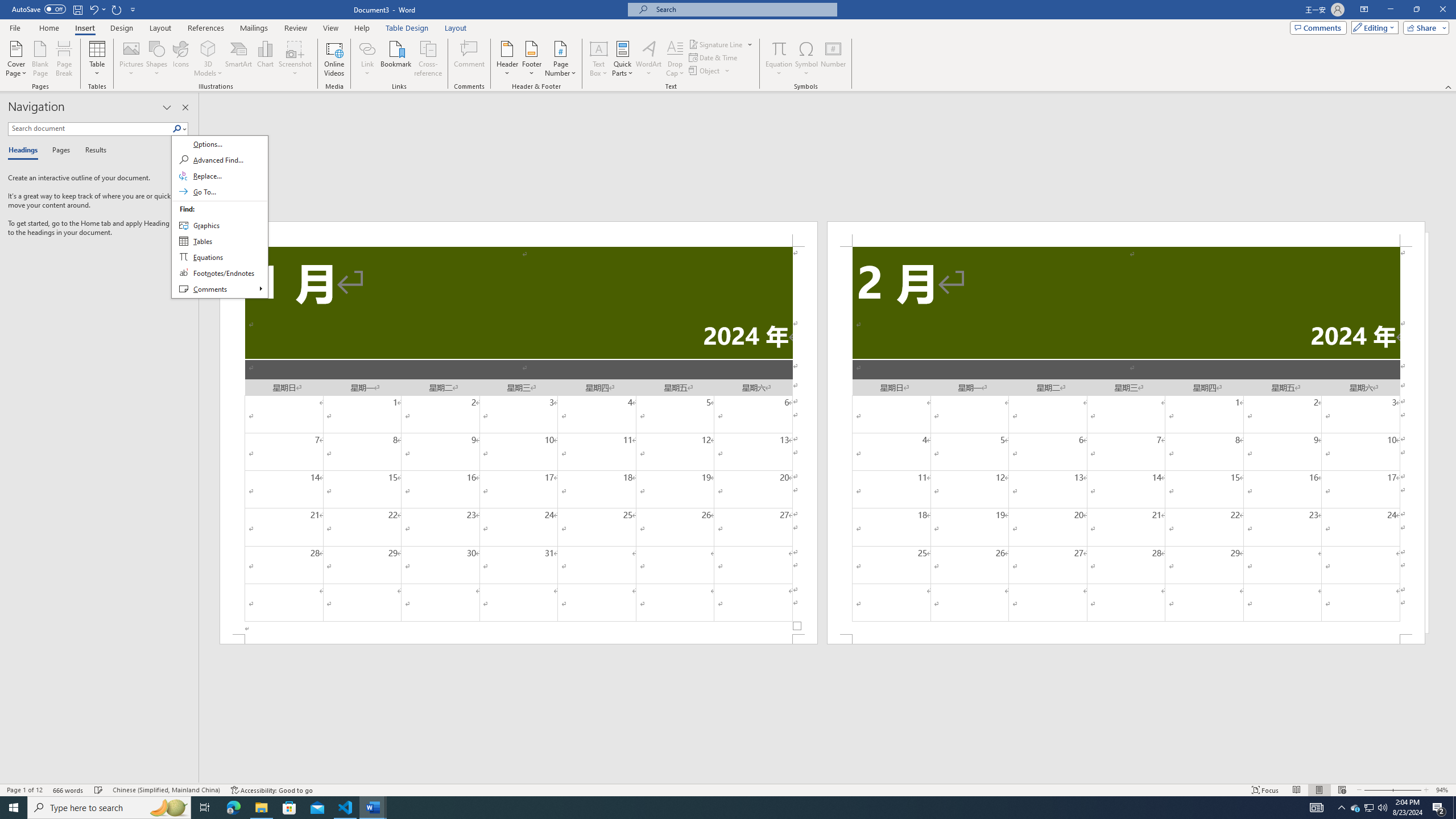 The height and width of the screenshot is (819, 1456). What do you see at coordinates (779, 59) in the screenshot?
I see `'Equation'` at bounding box center [779, 59].